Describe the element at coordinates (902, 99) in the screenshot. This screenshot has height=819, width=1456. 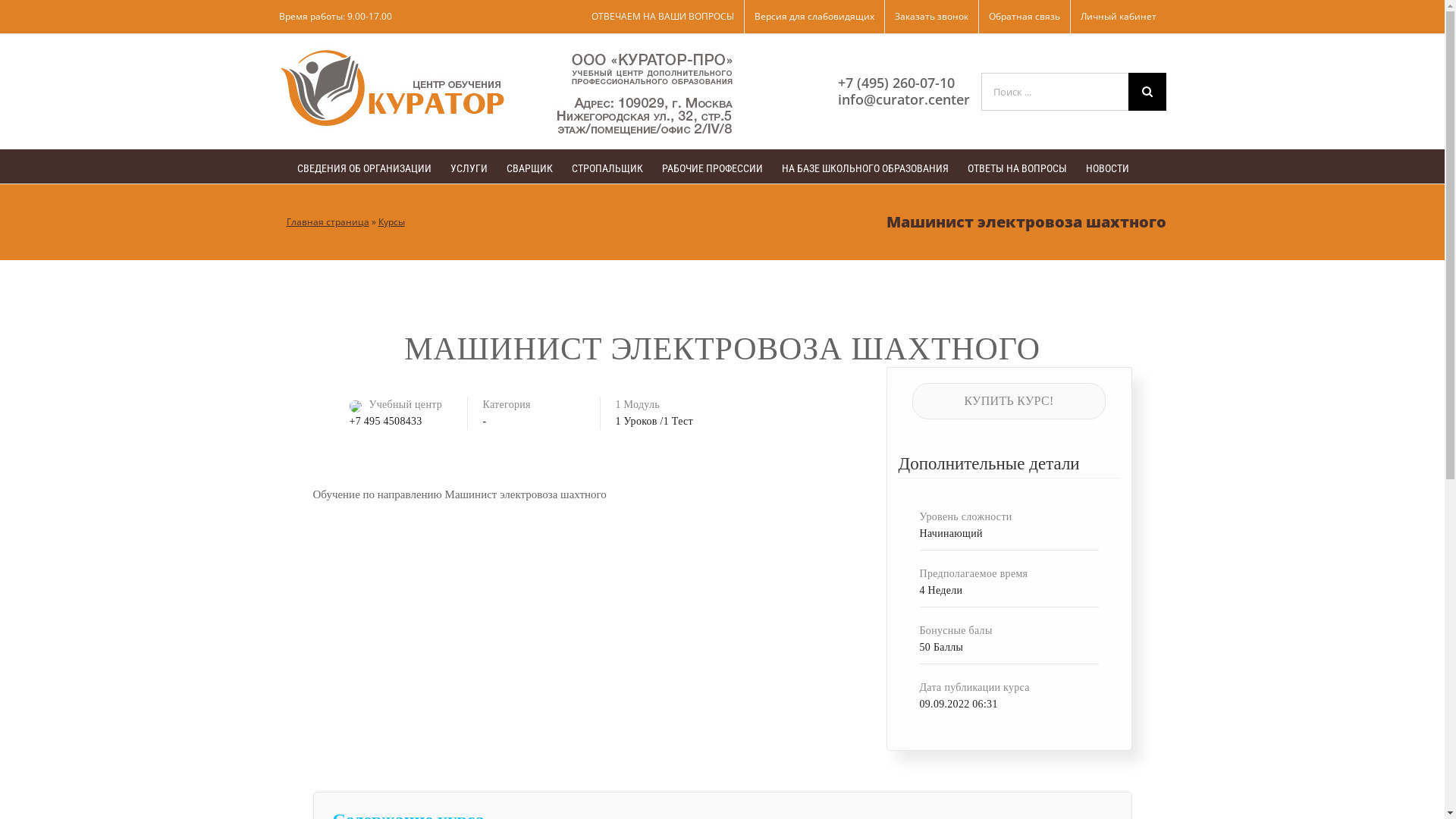
I see `'info@curator.center'` at that location.